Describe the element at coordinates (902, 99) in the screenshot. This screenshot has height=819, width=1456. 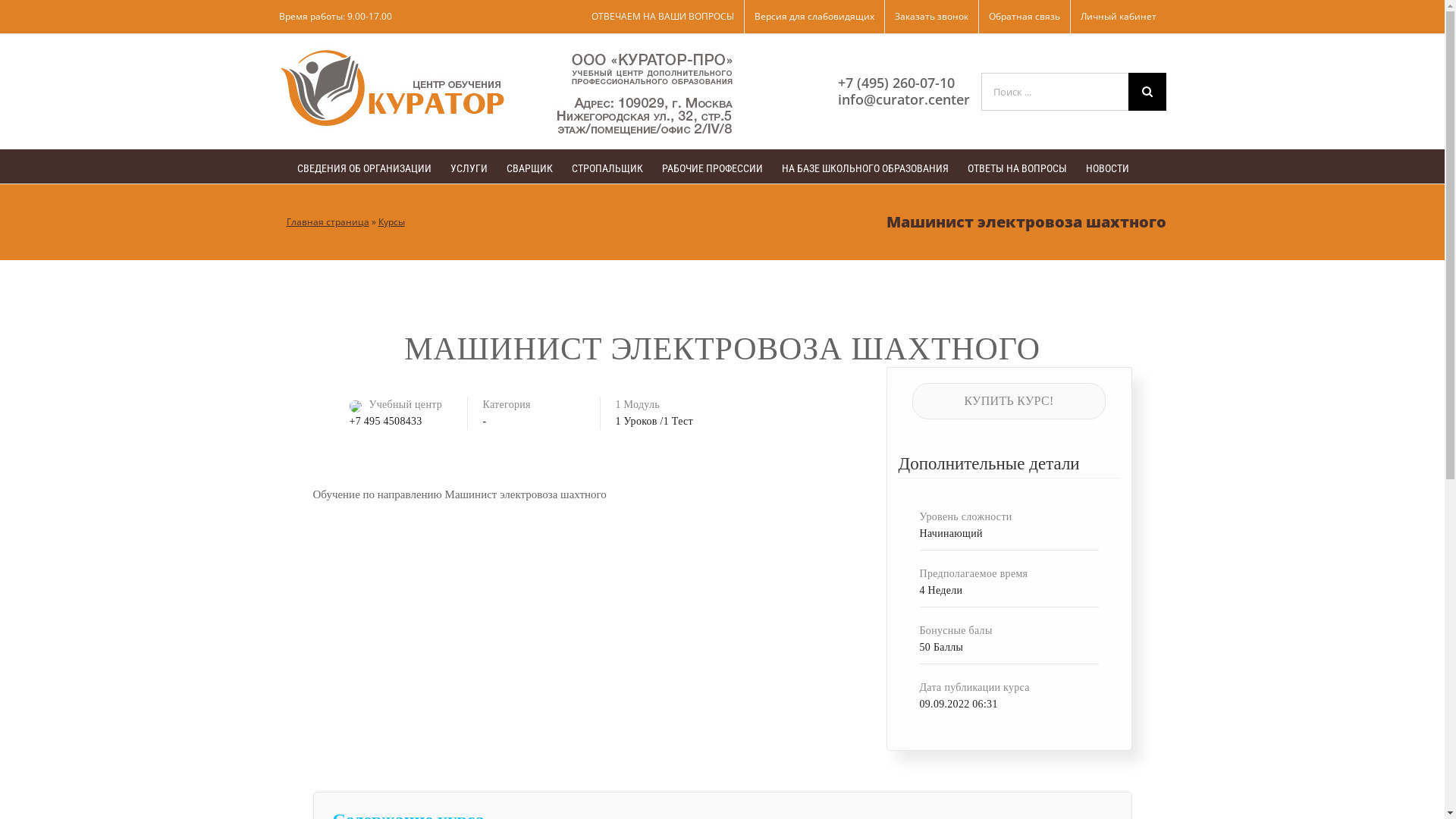
I see `'info@curator.center'` at that location.